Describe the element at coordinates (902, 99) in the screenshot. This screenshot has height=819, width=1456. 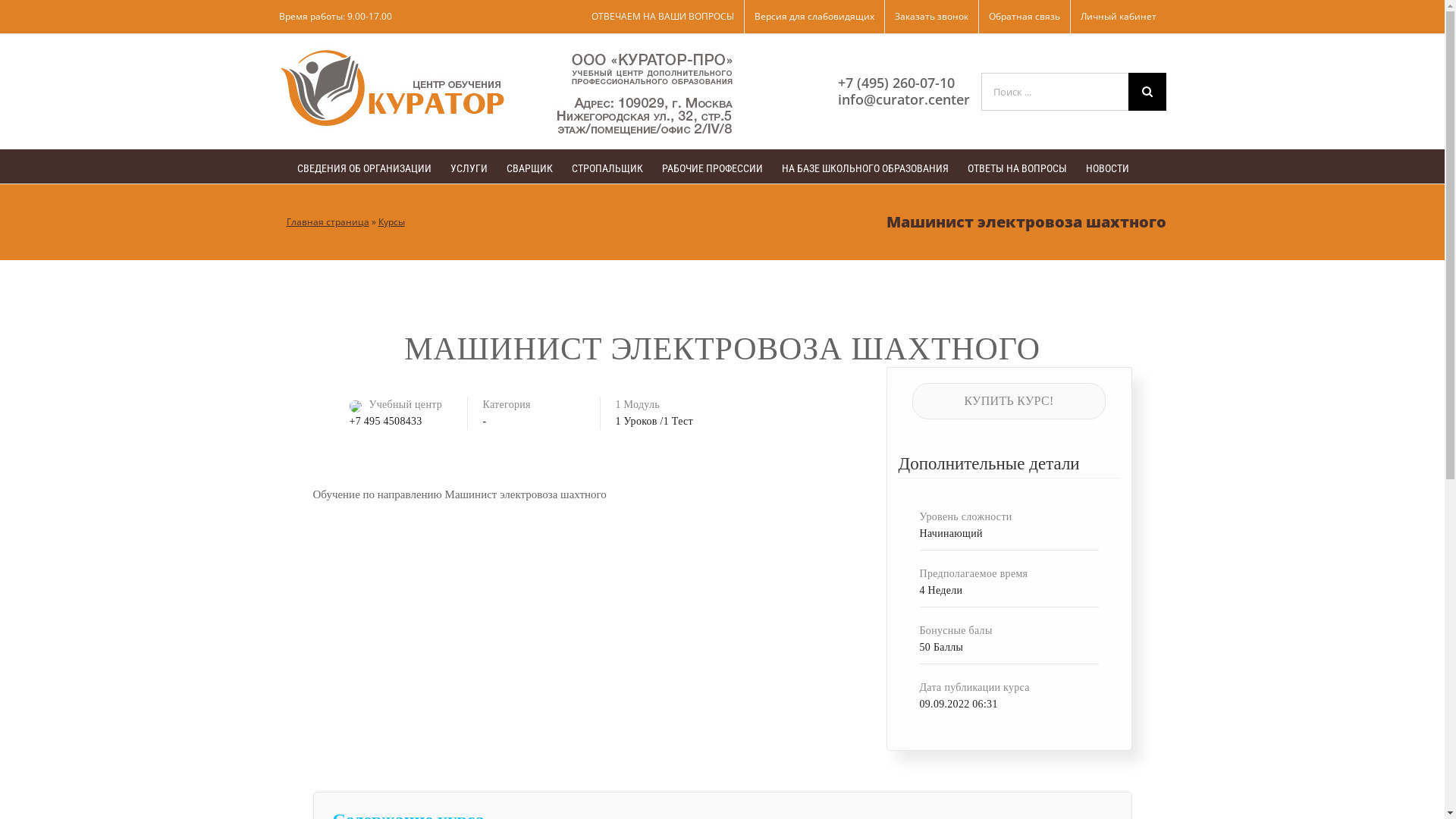
I see `'info@curator.center'` at that location.